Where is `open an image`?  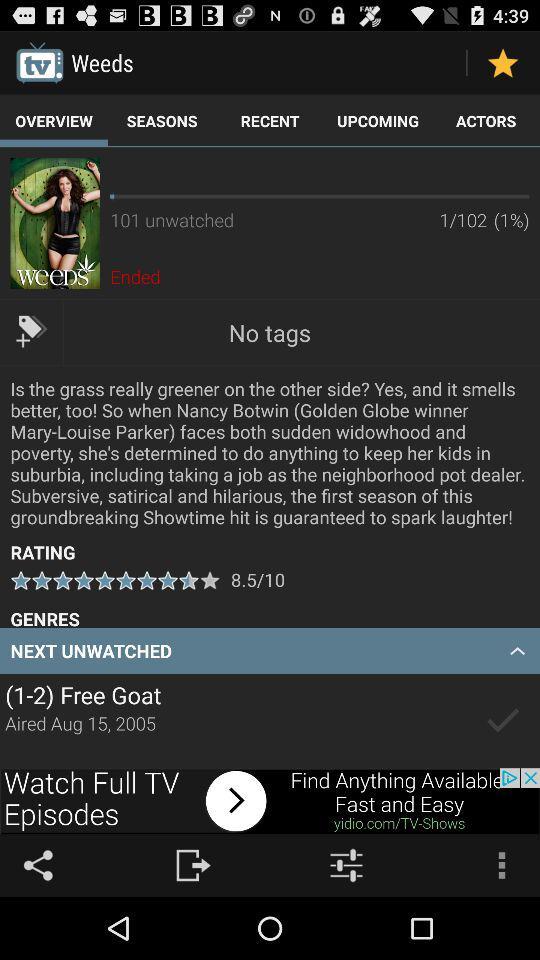 open an image is located at coordinates (55, 223).